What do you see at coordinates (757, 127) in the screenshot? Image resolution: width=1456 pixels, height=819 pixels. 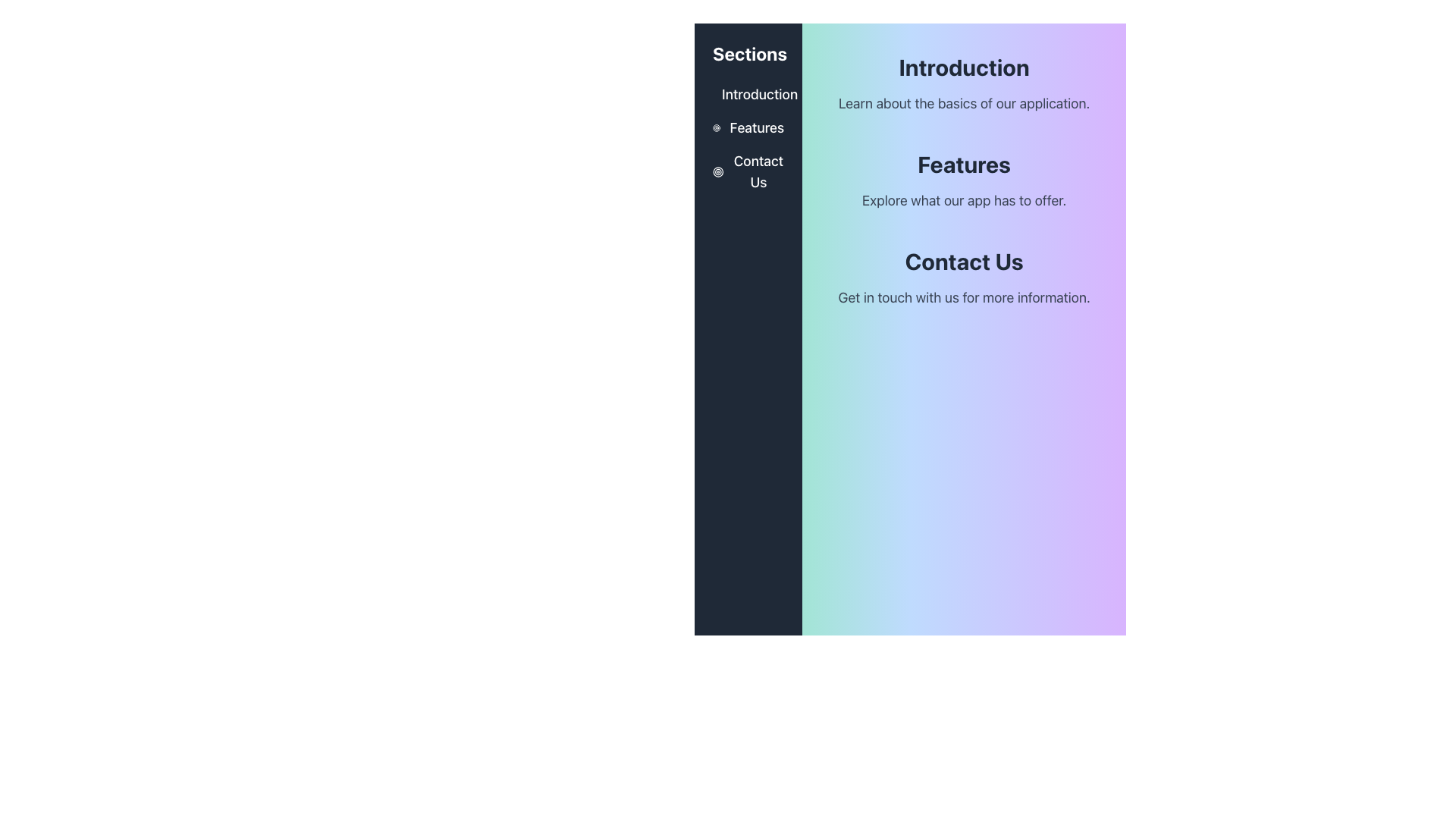 I see `the 'Features' hyperlink in the left navigation menu` at bounding box center [757, 127].